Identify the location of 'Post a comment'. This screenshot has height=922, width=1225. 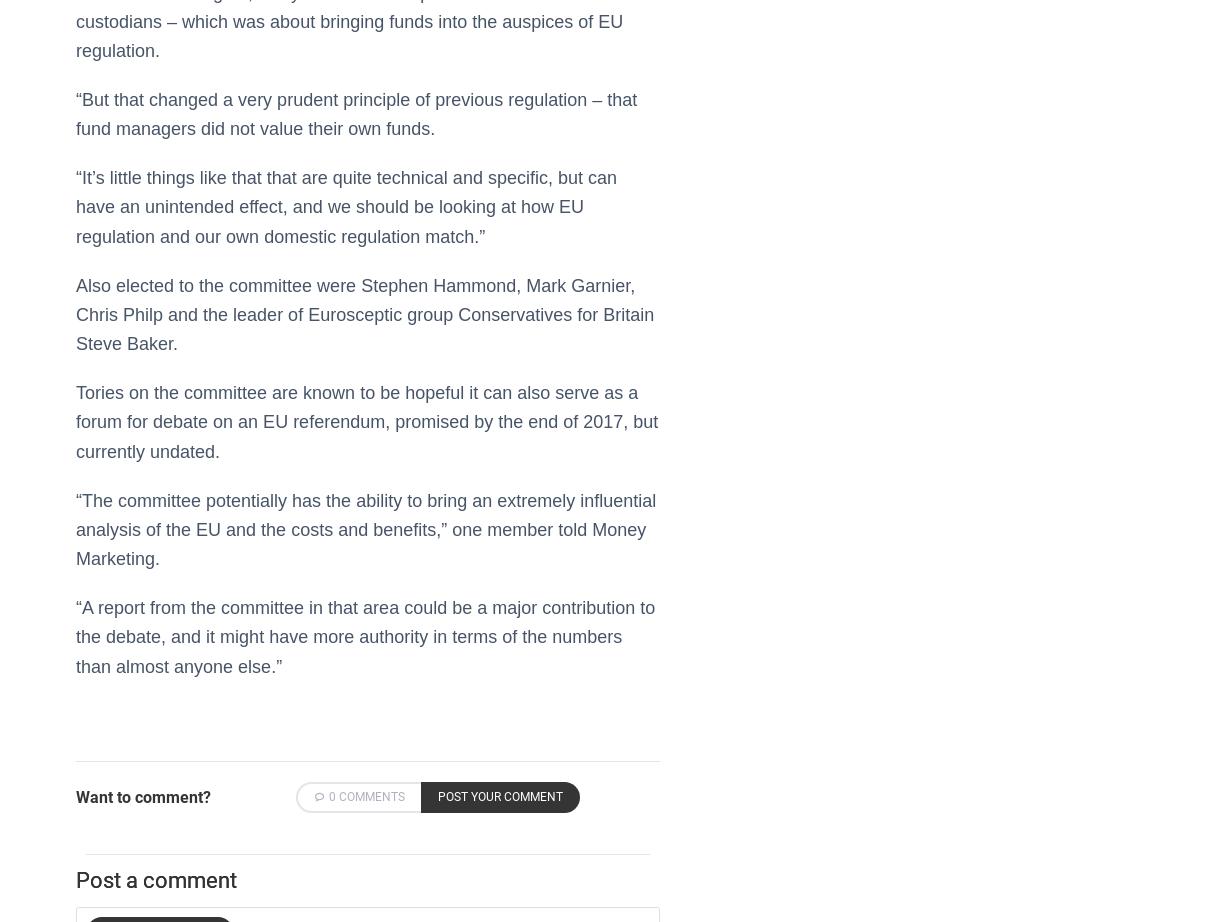
(155, 878).